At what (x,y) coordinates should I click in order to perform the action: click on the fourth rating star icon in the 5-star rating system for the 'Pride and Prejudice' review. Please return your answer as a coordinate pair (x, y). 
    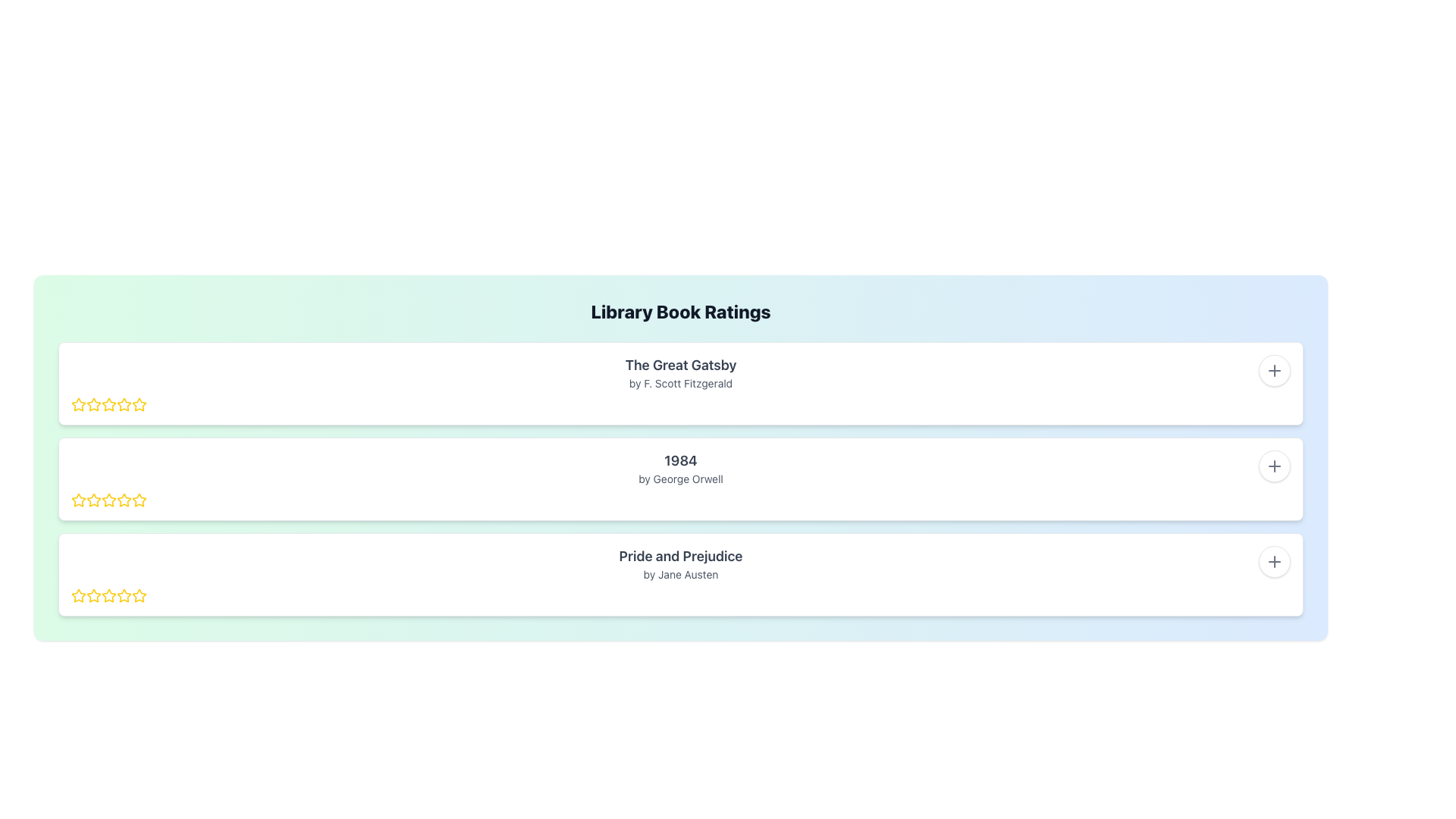
    Looking at the image, I should click on (108, 595).